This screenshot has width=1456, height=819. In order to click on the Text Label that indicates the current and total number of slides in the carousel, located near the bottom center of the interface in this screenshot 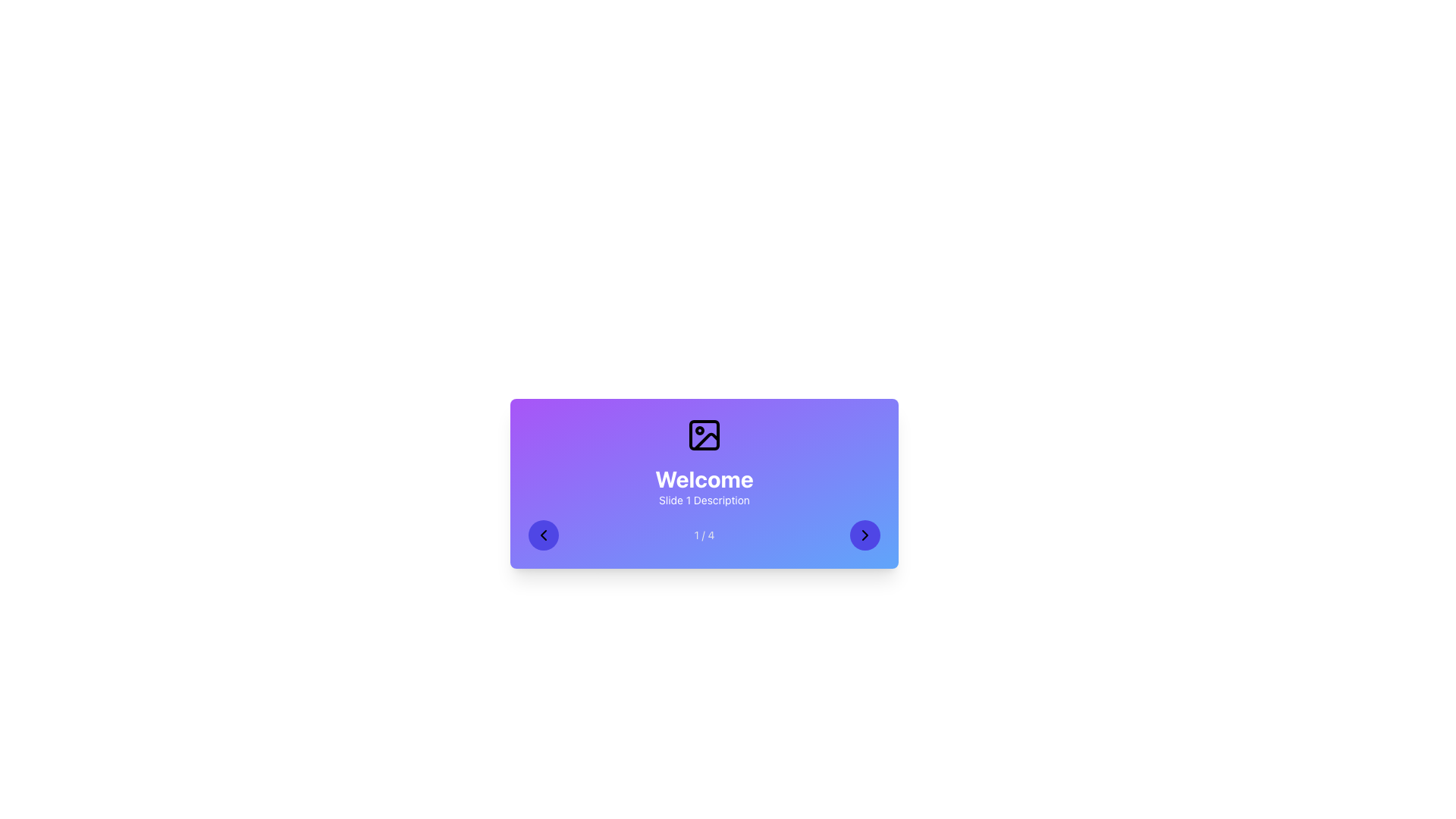, I will do `click(704, 534)`.